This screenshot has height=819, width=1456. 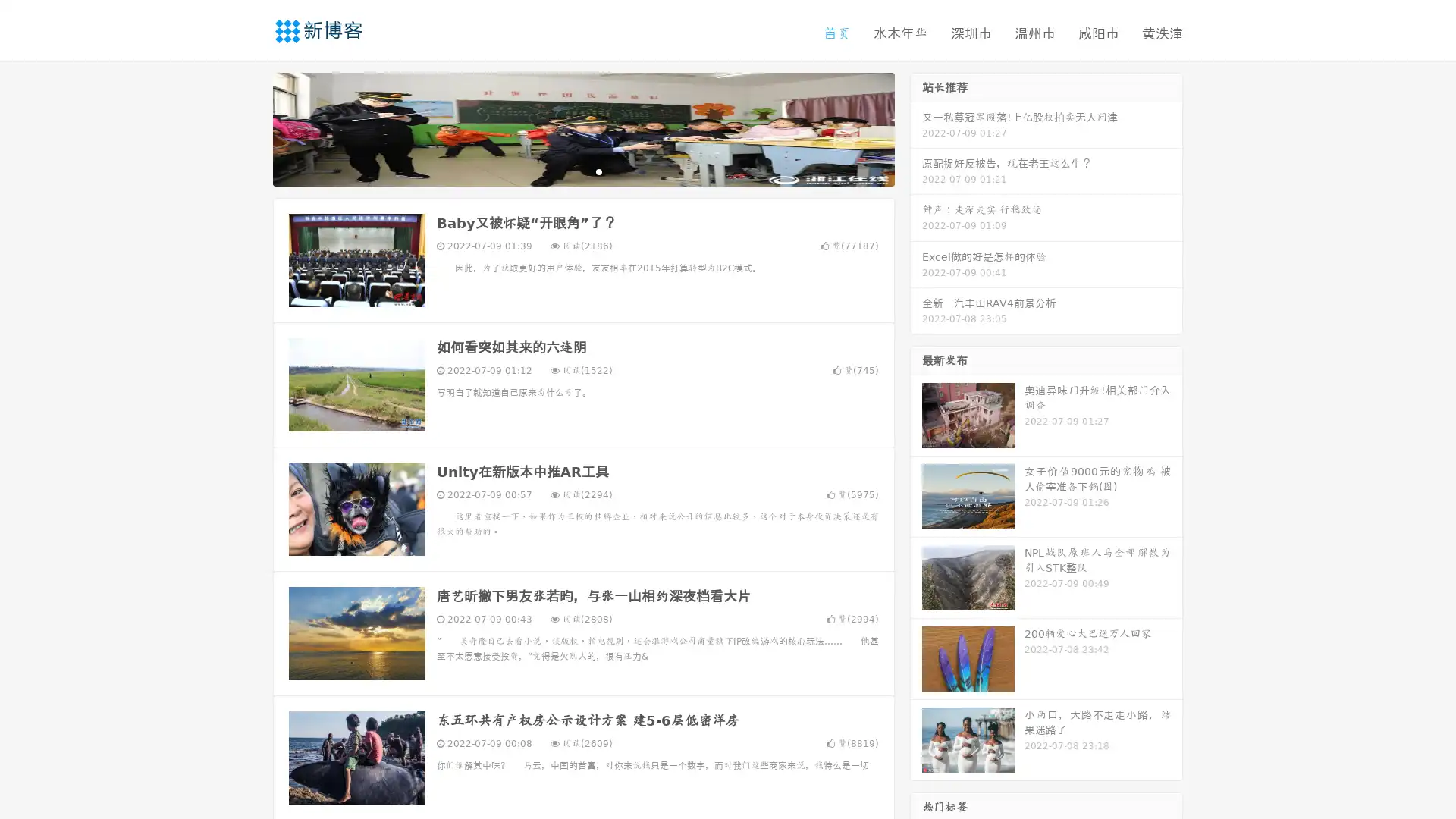 What do you see at coordinates (916, 127) in the screenshot?
I see `Next slide` at bounding box center [916, 127].